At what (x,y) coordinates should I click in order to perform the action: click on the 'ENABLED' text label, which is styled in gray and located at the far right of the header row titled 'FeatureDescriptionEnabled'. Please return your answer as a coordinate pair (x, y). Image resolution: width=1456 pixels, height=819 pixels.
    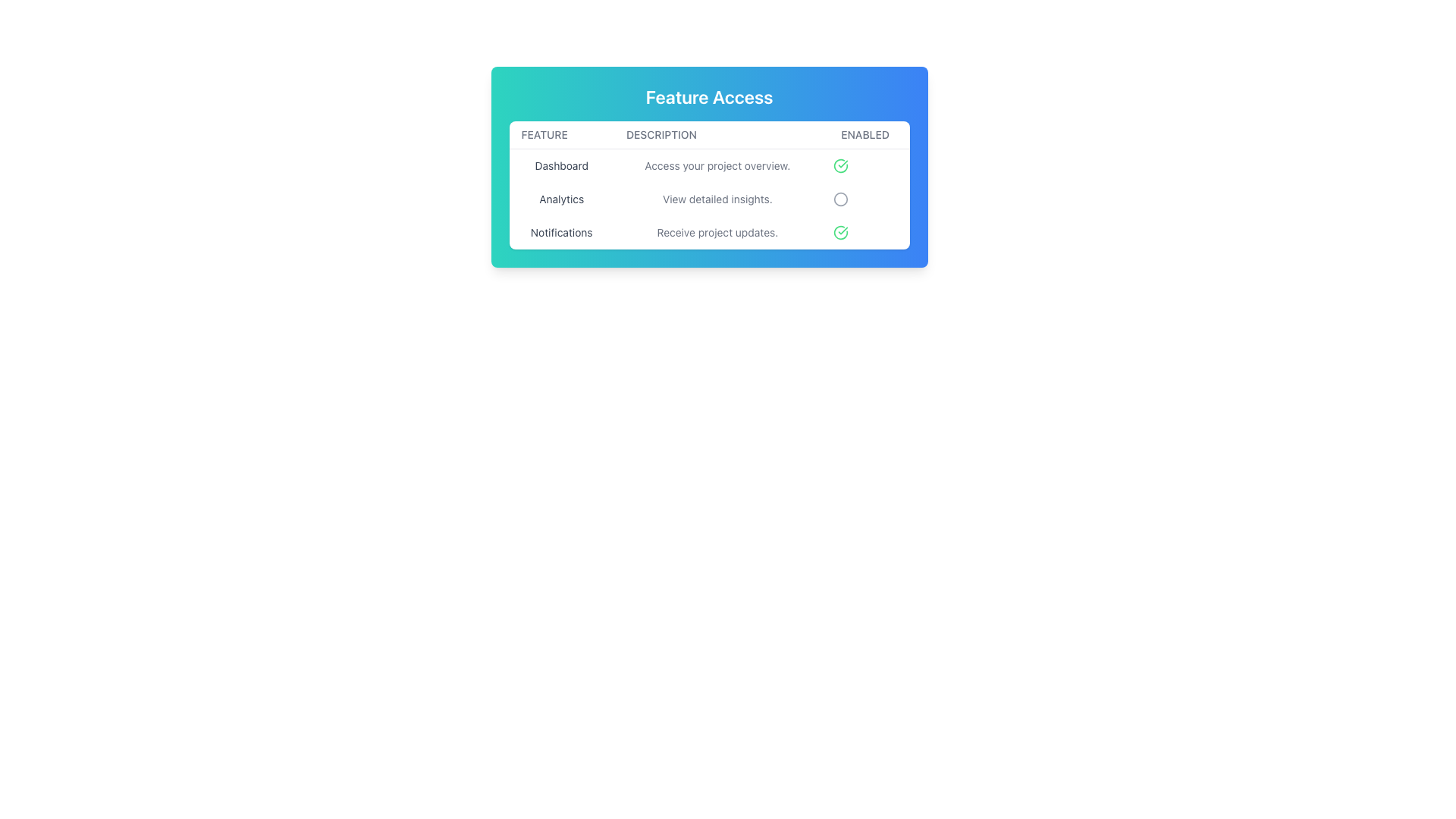
    Looking at the image, I should click on (865, 134).